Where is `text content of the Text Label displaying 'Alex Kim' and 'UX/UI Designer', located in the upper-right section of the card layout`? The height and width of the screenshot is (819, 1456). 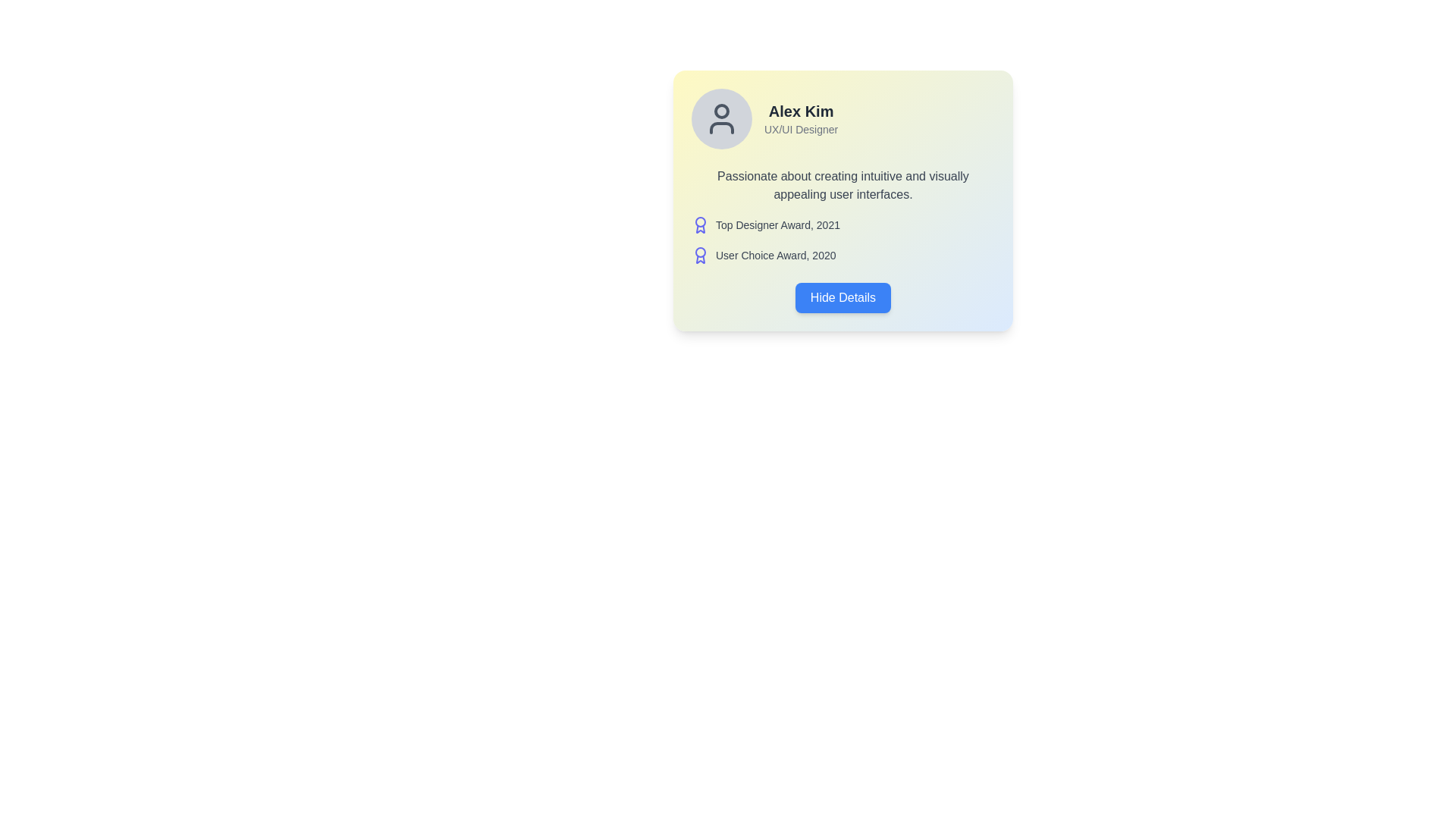
text content of the Text Label displaying 'Alex Kim' and 'UX/UI Designer', located in the upper-right section of the card layout is located at coordinates (800, 118).